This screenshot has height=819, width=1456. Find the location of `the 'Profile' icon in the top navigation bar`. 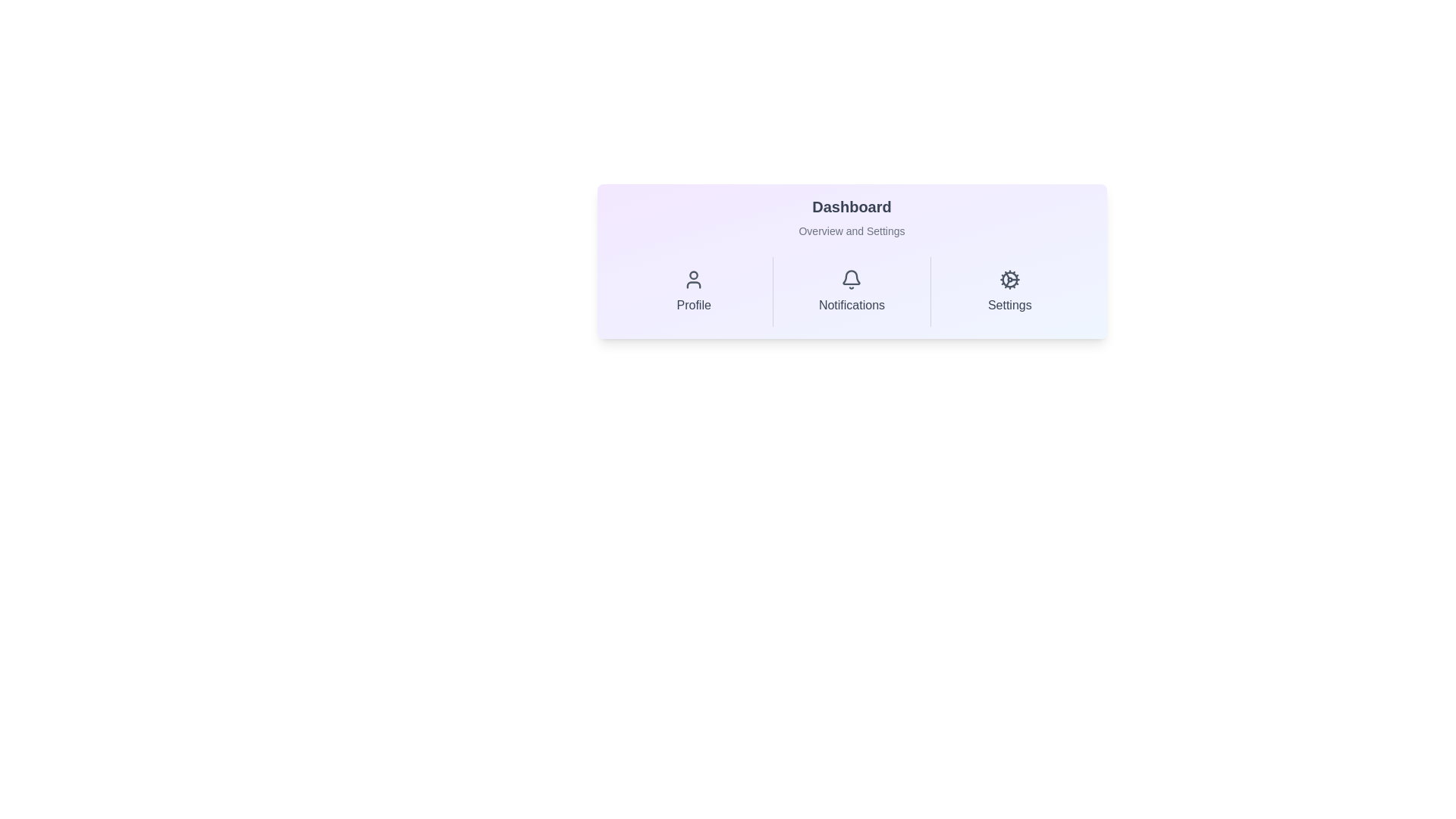

the 'Profile' icon in the top navigation bar is located at coordinates (693, 284).